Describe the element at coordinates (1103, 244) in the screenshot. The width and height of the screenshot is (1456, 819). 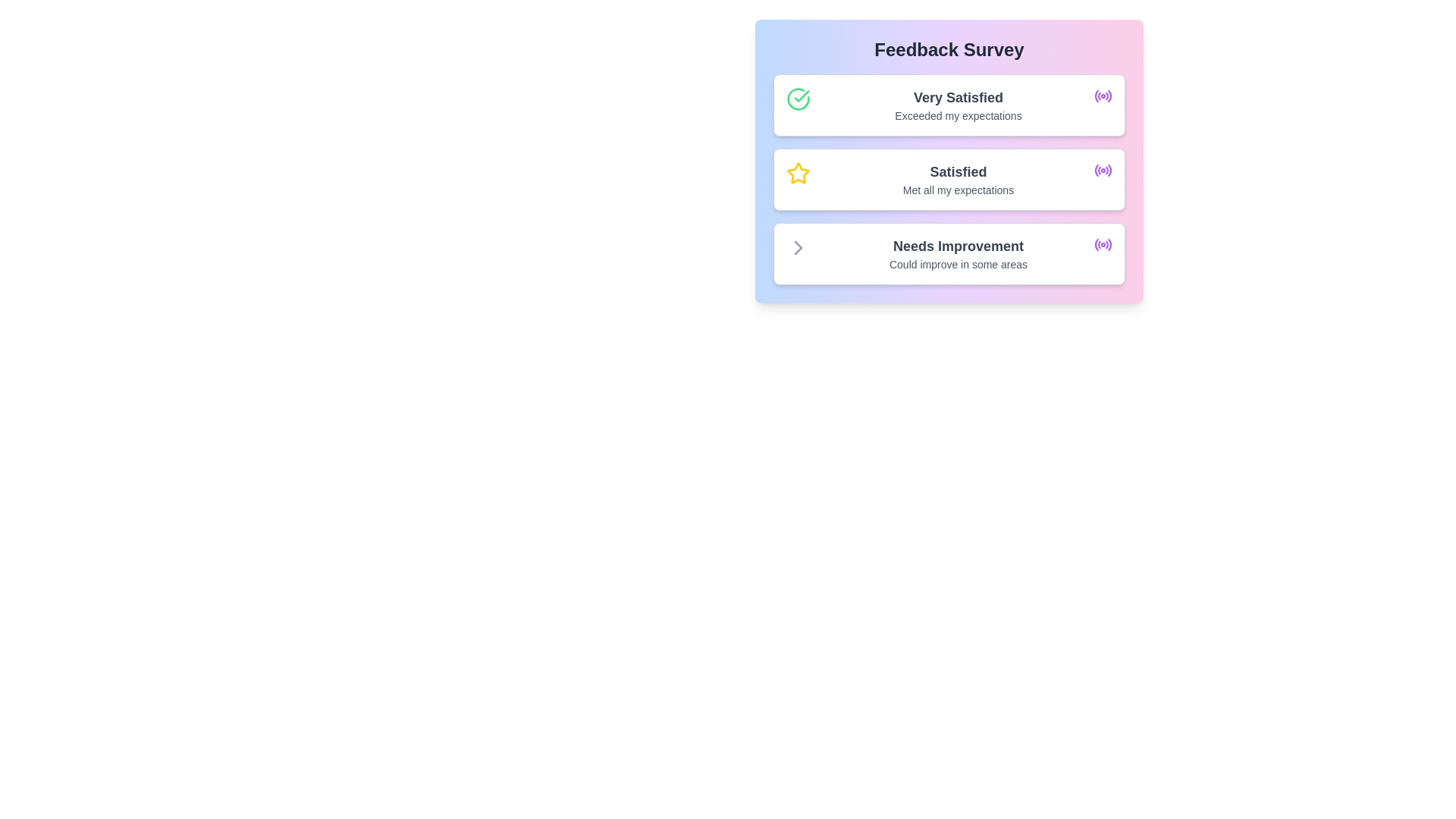
I see `the purple radio wave icon located at the far right of the 'Needs Improvement' row in the feedback survey card` at that location.